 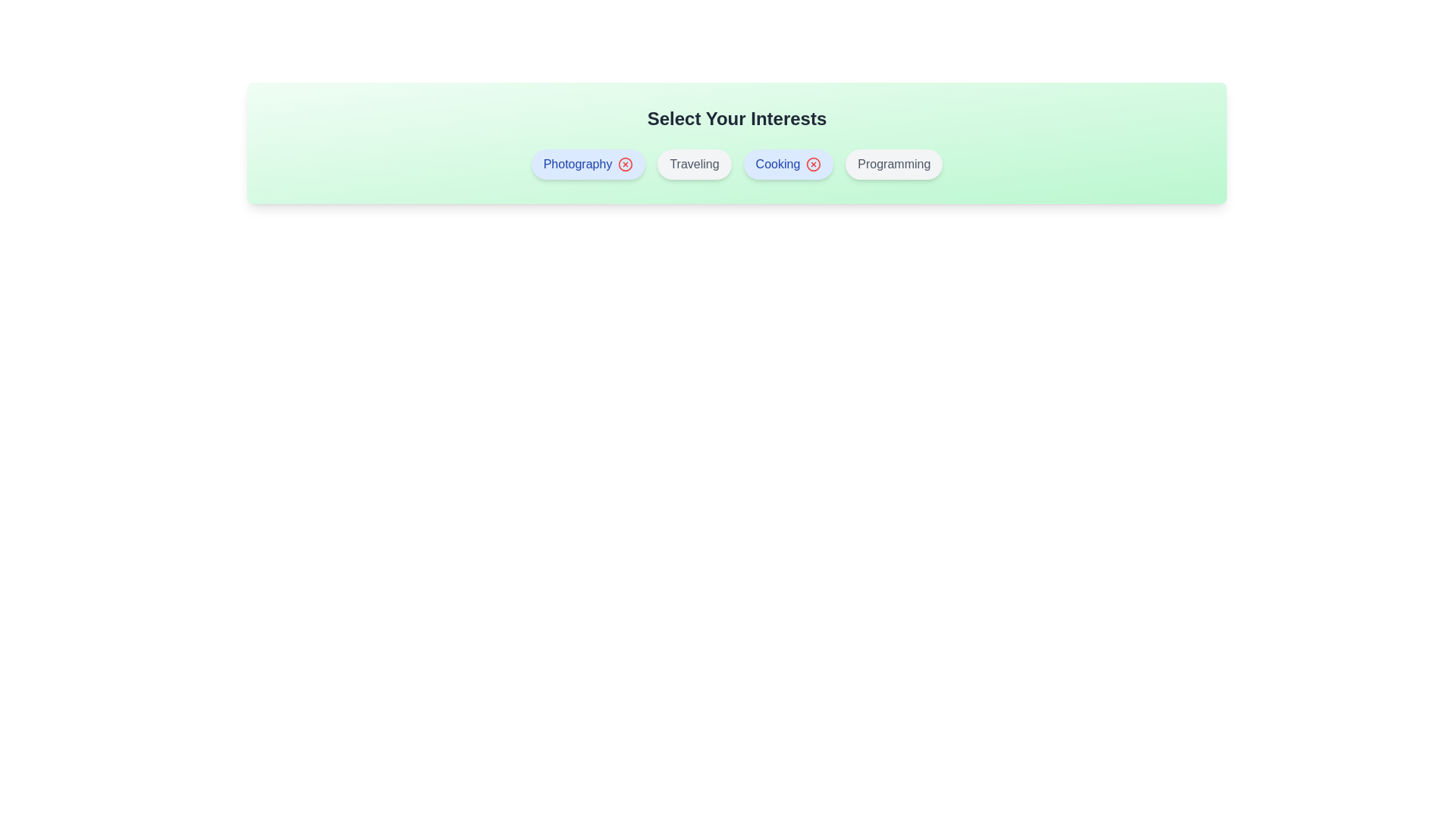 I want to click on the interest item Cooking, so click(x=789, y=164).